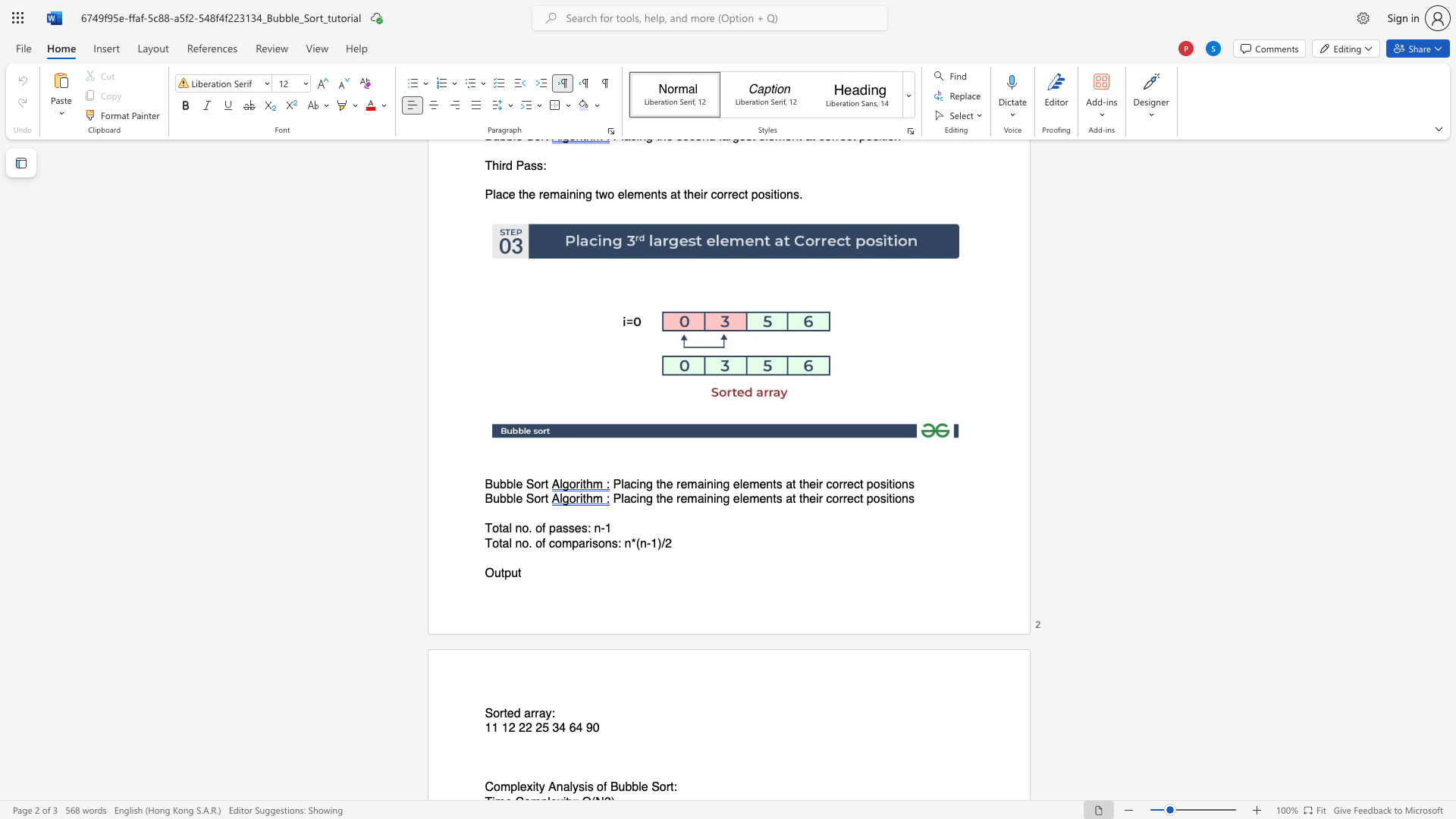  What do you see at coordinates (574, 528) in the screenshot?
I see `the space between the continuous character "s" and "e" in the text` at bounding box center [574, 528].